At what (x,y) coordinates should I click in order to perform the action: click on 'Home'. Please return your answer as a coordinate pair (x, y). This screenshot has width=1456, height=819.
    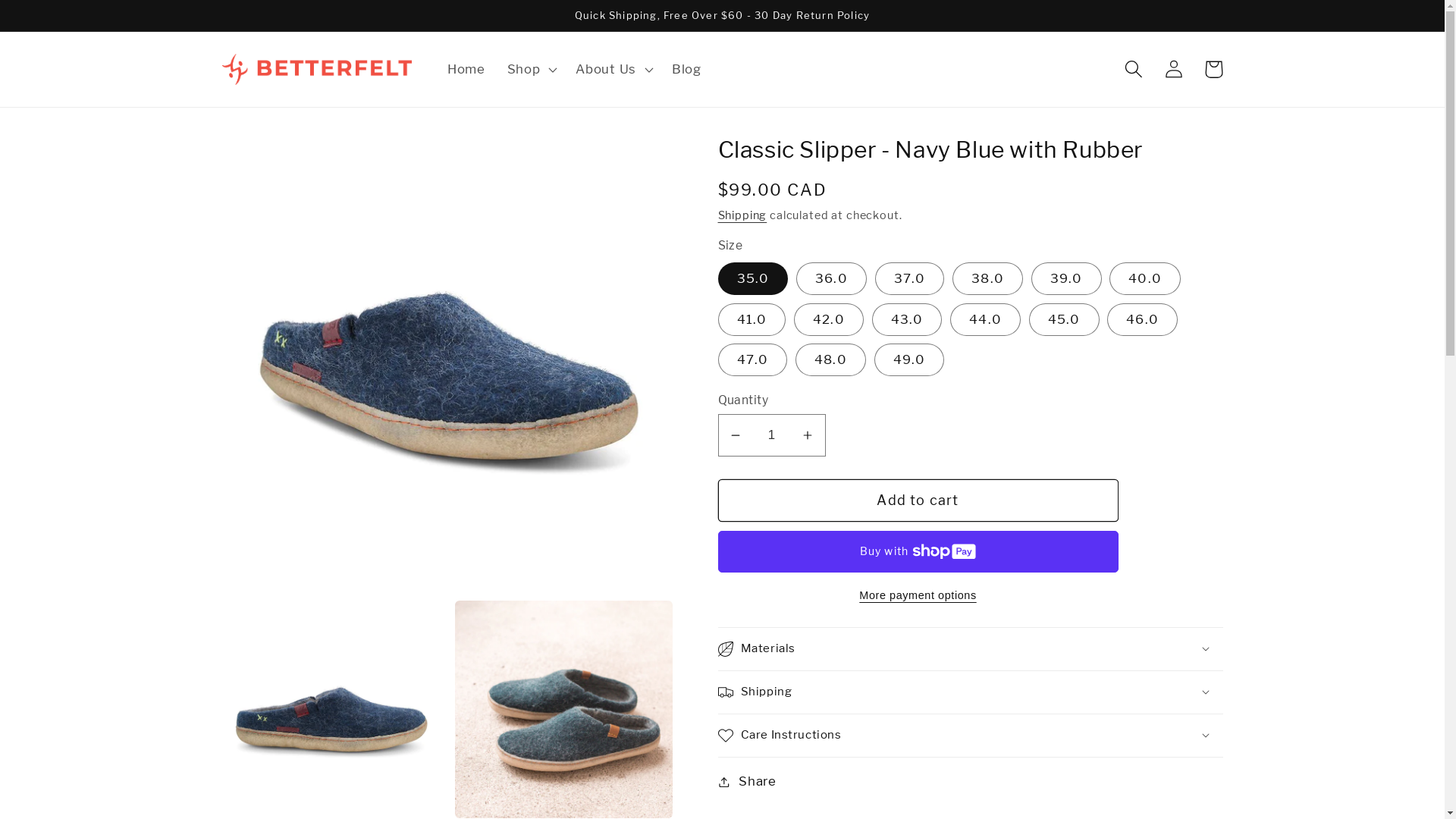
    Looking at the image, I should click on (466, 69).